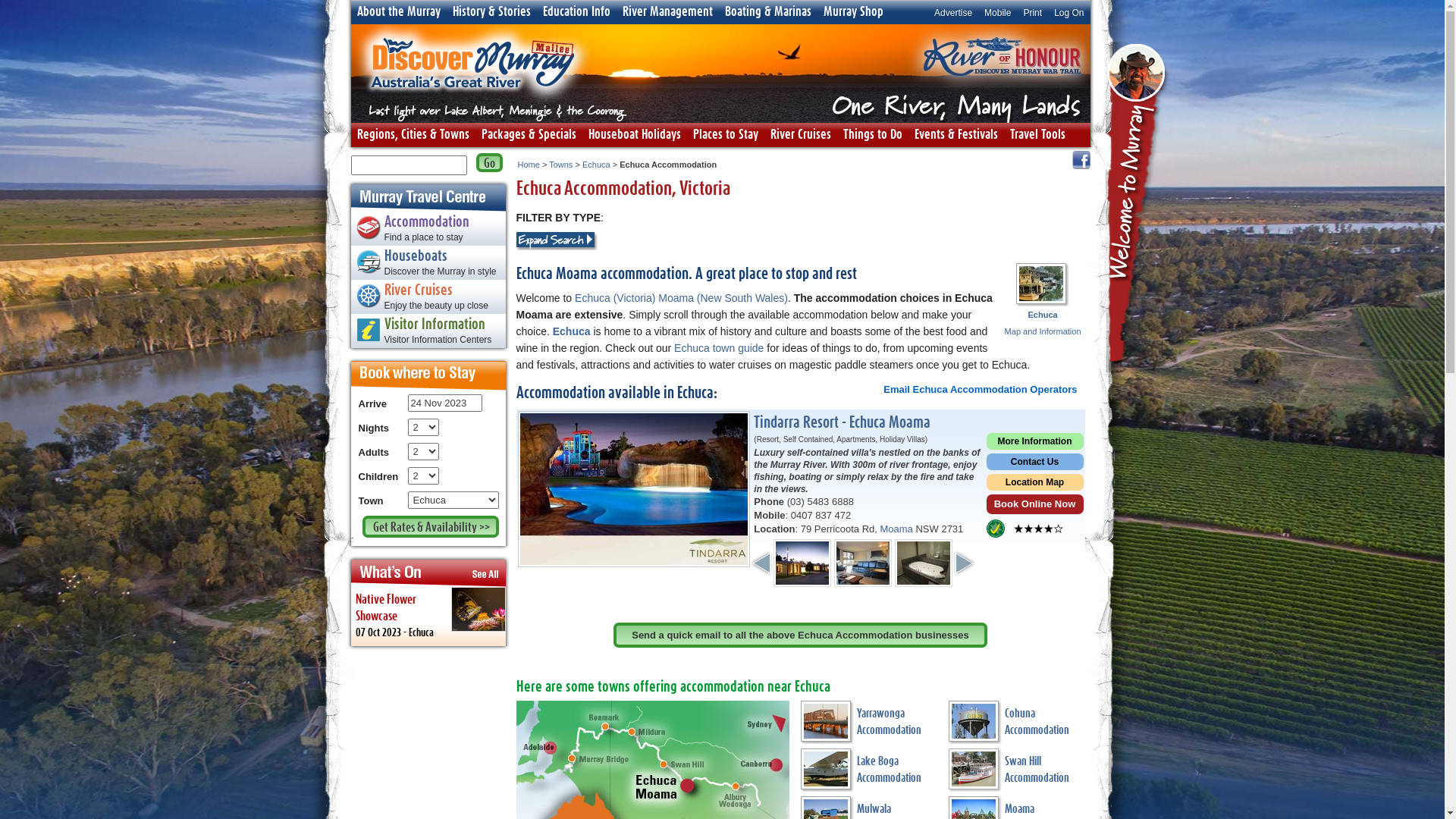 This screenshot has width=1456, height=819. What do you see at coordinates (1033, 443) in the screenshot?
I see `'More Information'` at bounding box center [1033, 443].